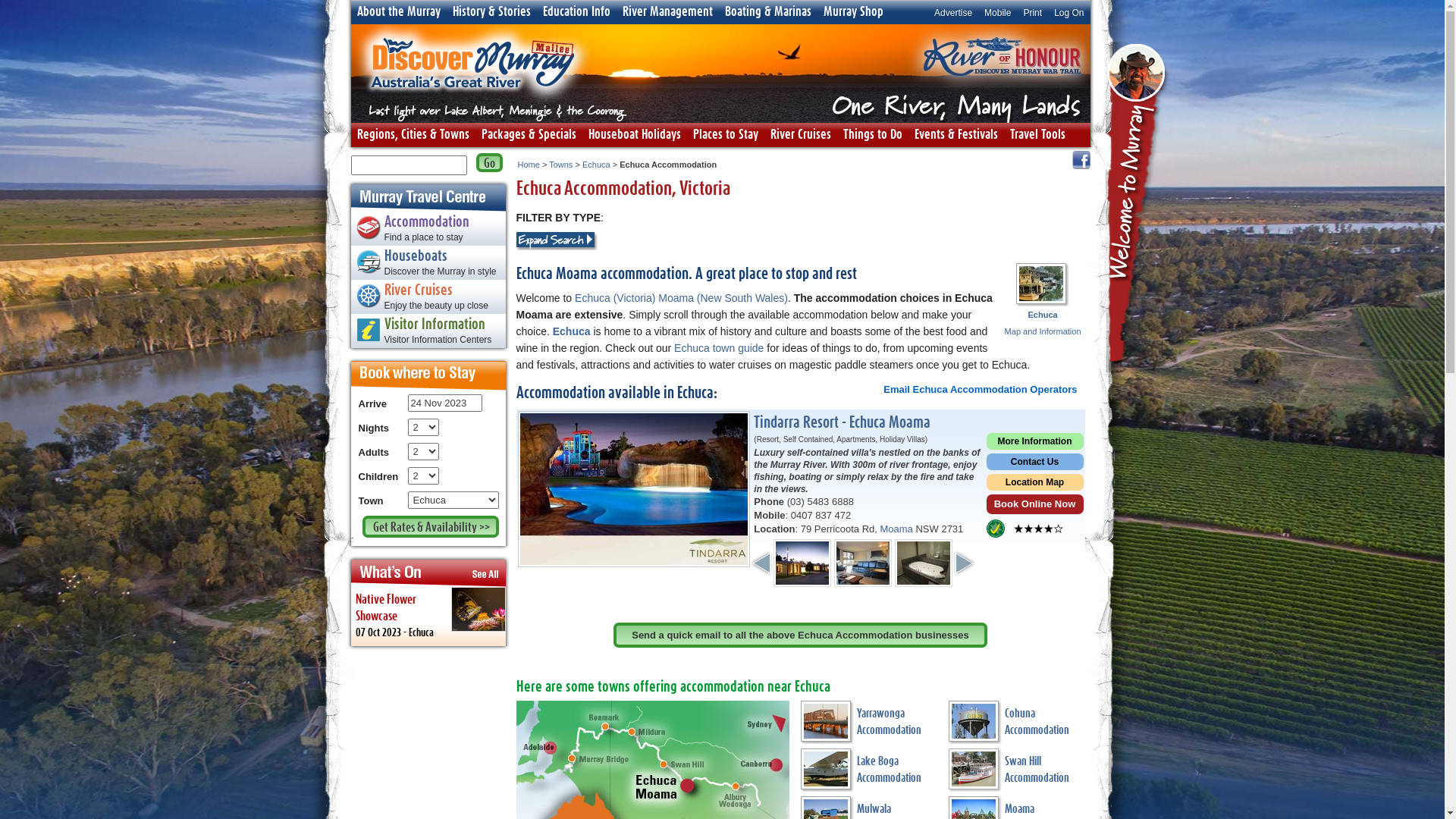 This screenshot has width=1456, height=819. What do you see at coordinates (1033, 443) in the screenshot?
I see `'More Information'` at bounding box center [1033, 443].